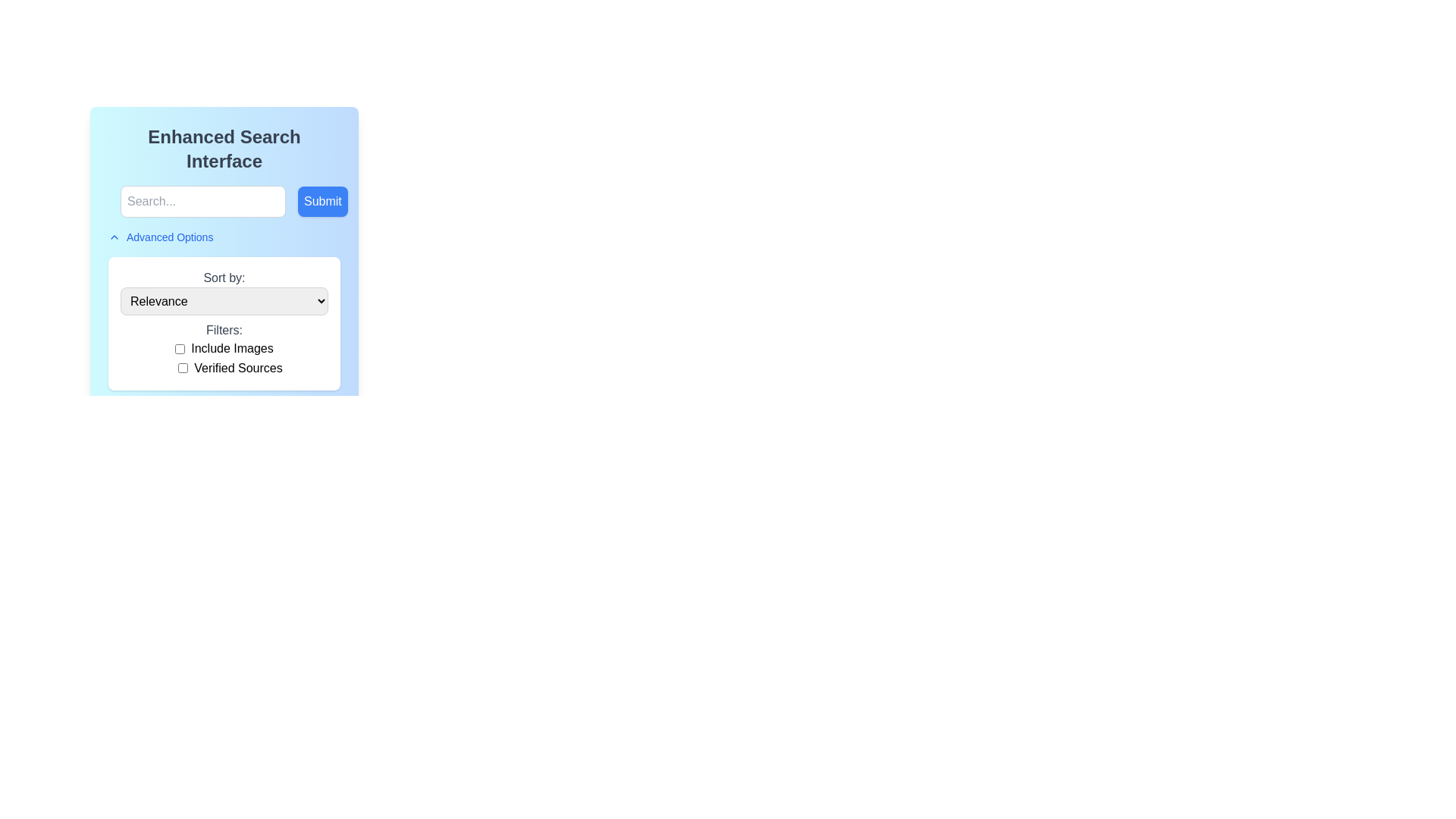 The image size is (1456, 819). I want to click on the labels of the checkbox group labeled 'Filters:', which includes options 'Include Images' and 'Verified Sources', so click(224, 350).